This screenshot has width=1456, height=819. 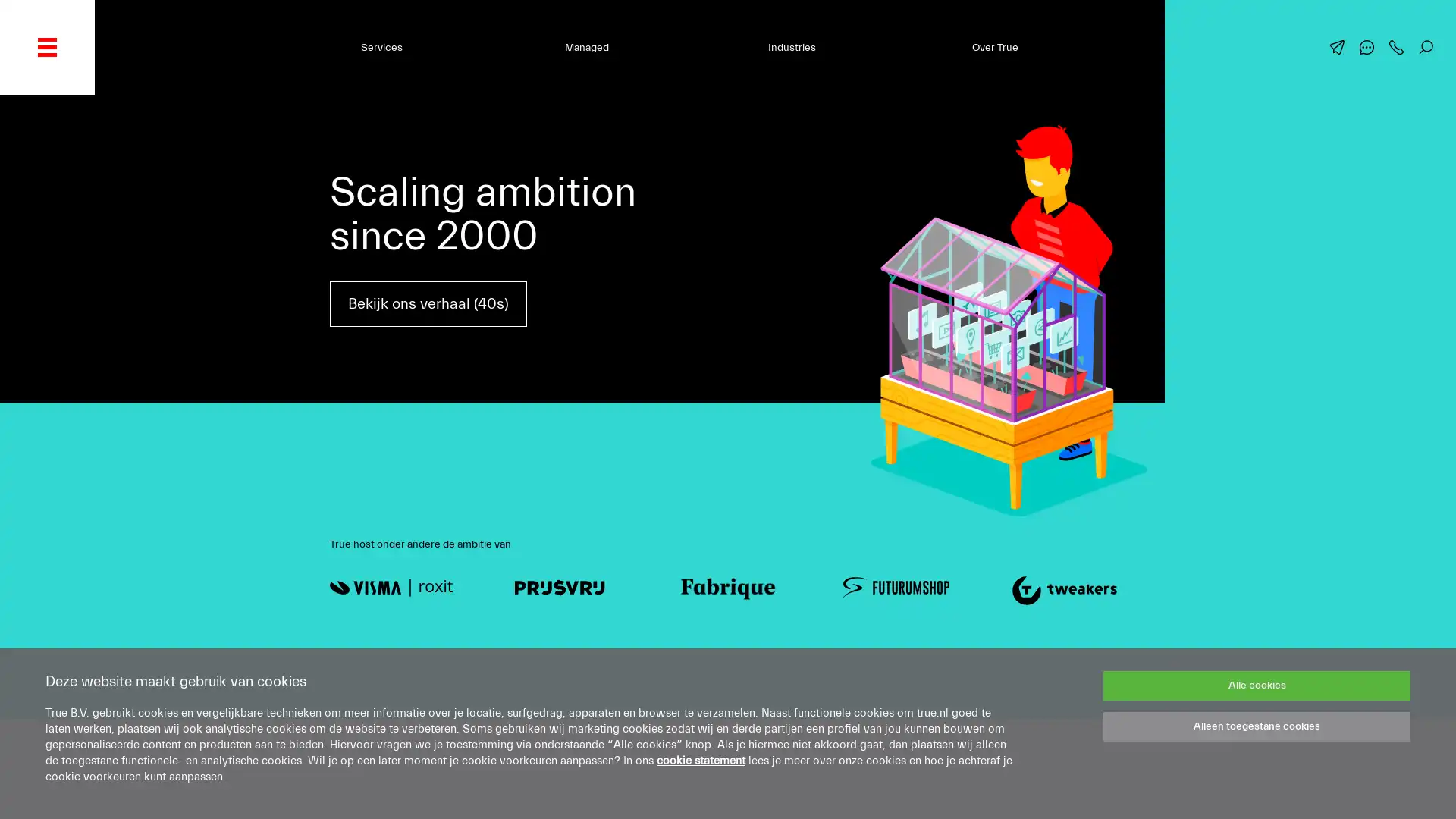 What do you see at coordinates (428, 304) in the screenshot?
I see `Bekijk ons verhaal (40s)` at bounding box center [428, 304].